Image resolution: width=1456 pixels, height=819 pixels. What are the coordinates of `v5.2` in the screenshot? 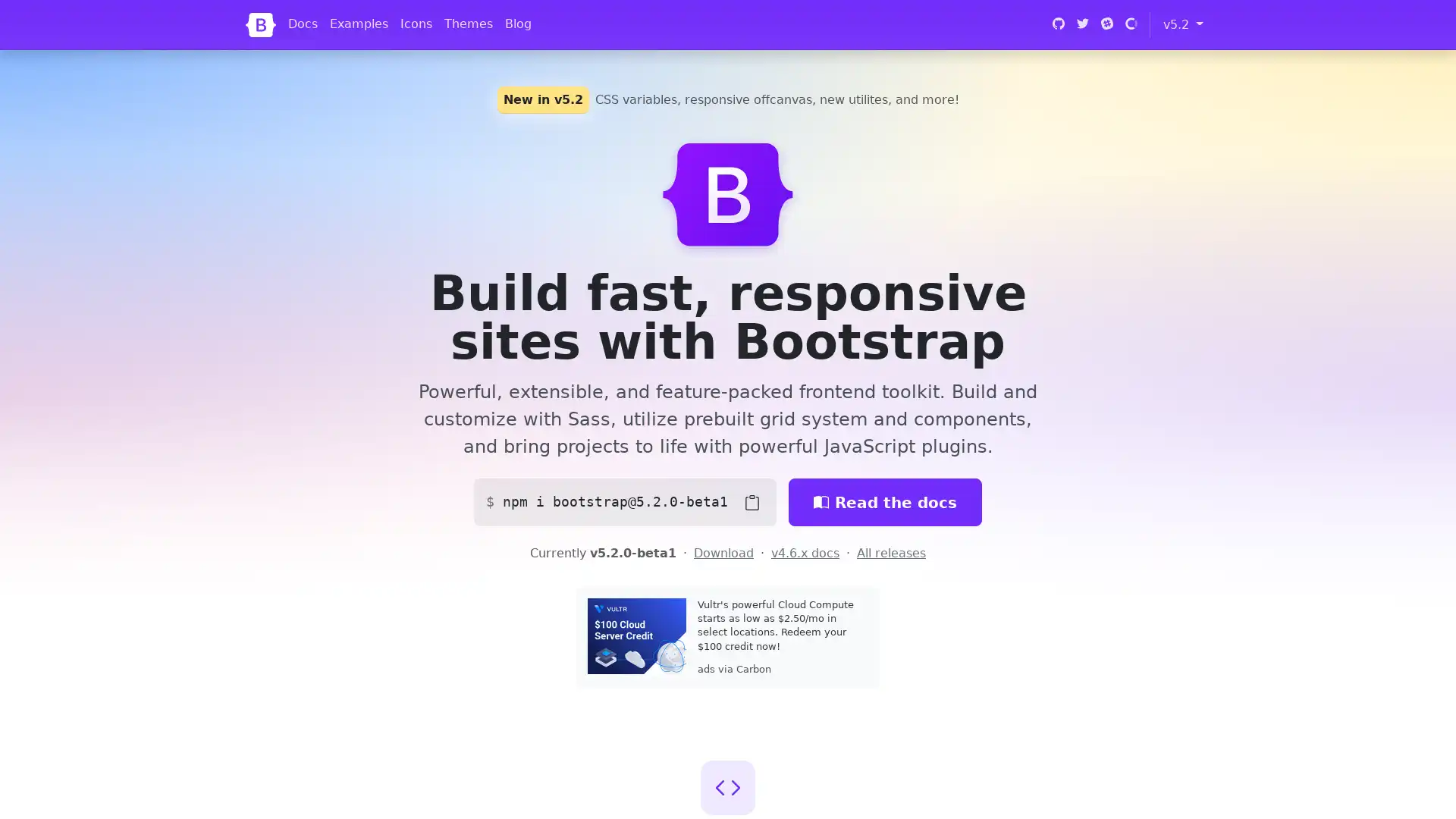 It's located at (1182, 25).